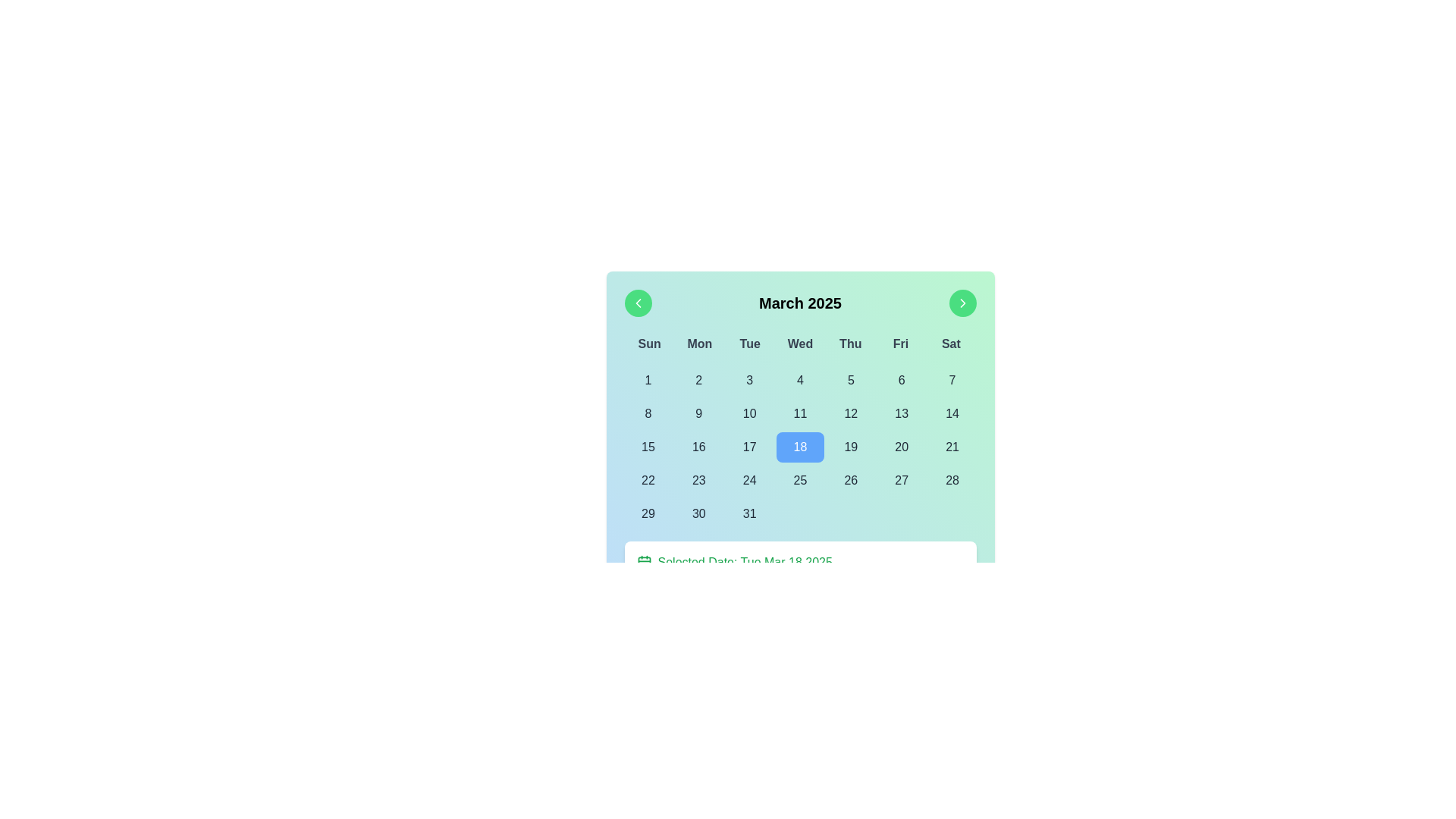  Describe the element at coordinates (799, 303) in the screenshot. I see `the static text label displaying 'March 2025' in a bold and large font style, located centrally in the header section of the calendar interface` at that location.